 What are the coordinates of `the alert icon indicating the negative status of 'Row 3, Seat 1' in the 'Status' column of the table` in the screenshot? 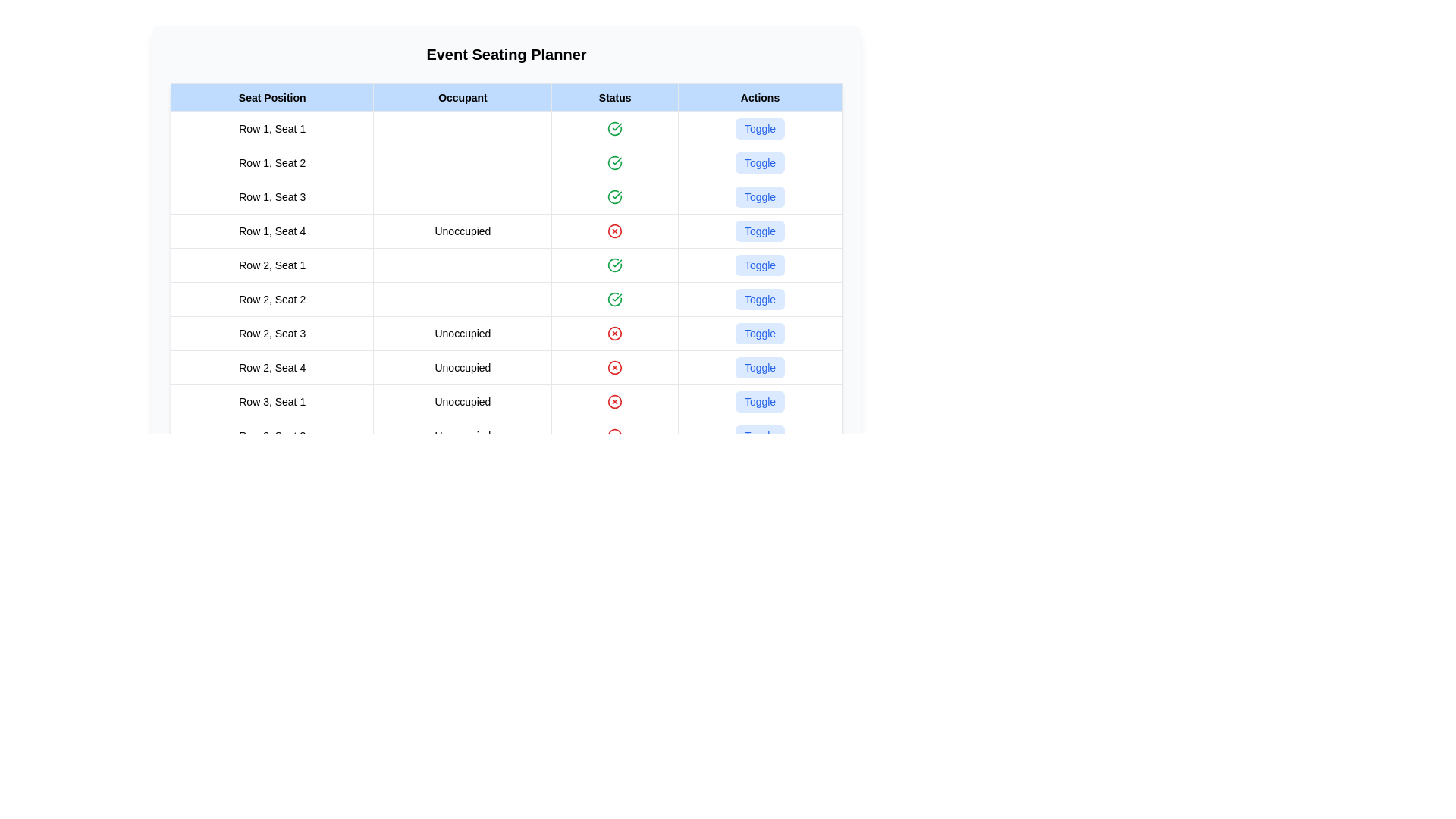 It's located at (615, 400).